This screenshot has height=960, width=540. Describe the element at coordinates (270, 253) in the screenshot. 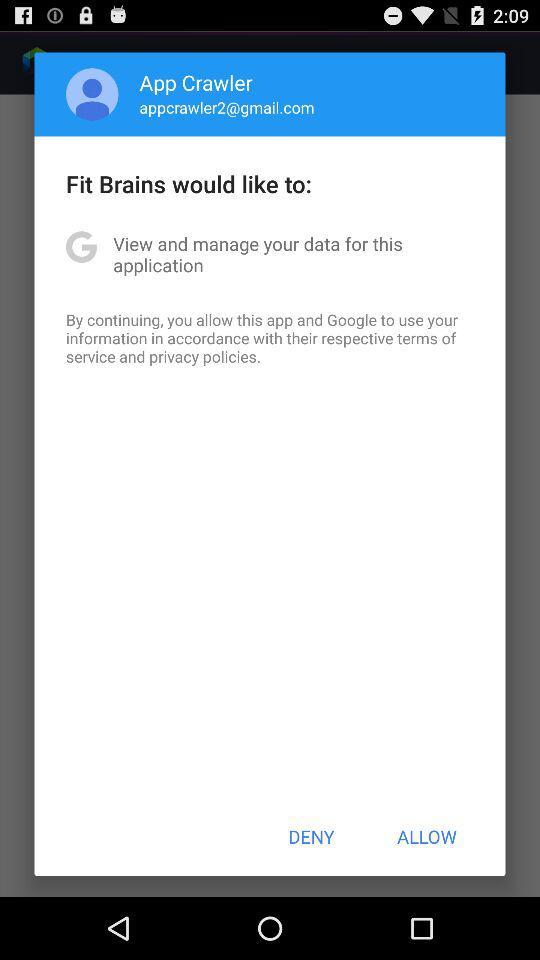

I see `item below fit brains would` at that location.